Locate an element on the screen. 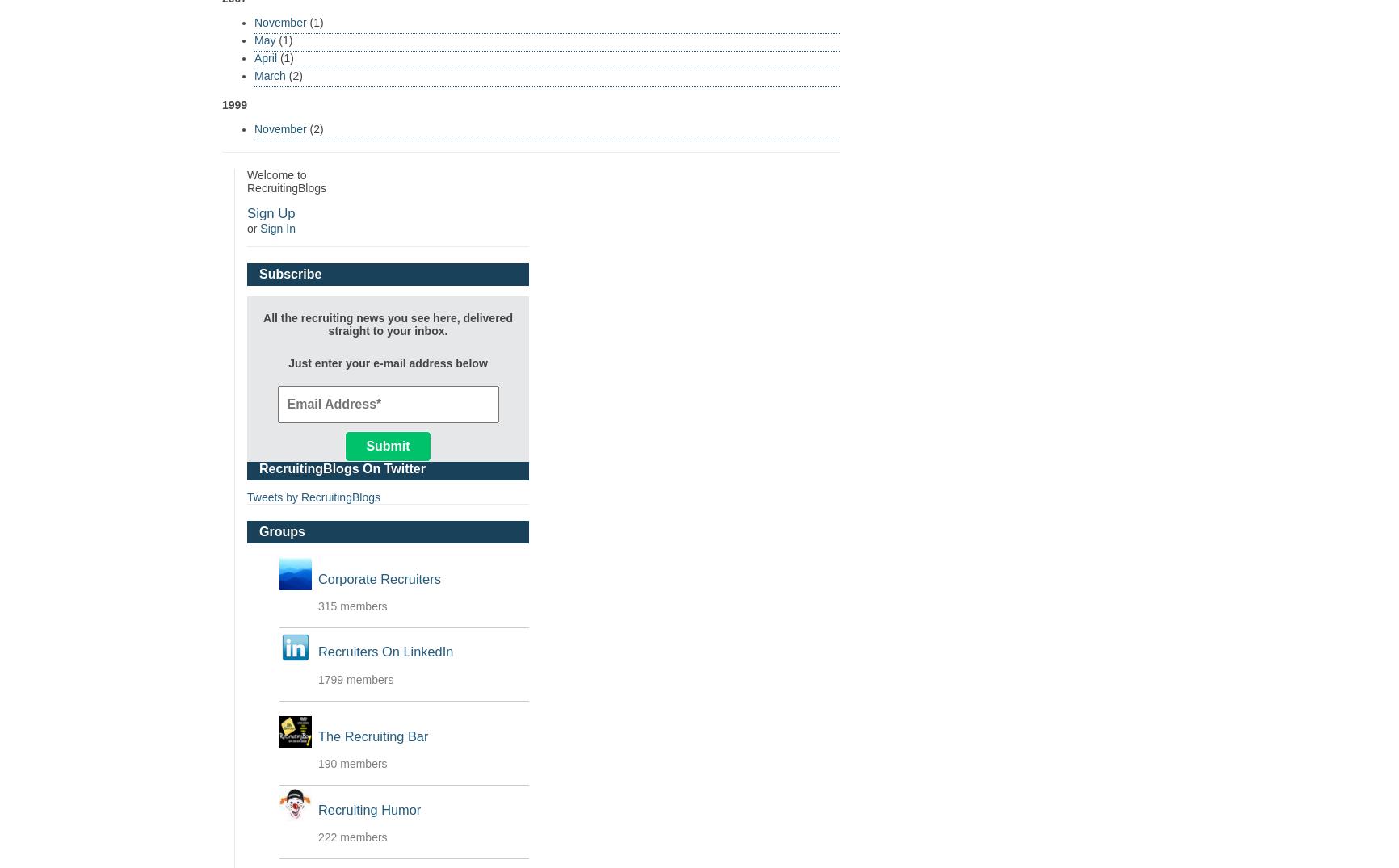  '190 members' is located at coordinates (352, 764).